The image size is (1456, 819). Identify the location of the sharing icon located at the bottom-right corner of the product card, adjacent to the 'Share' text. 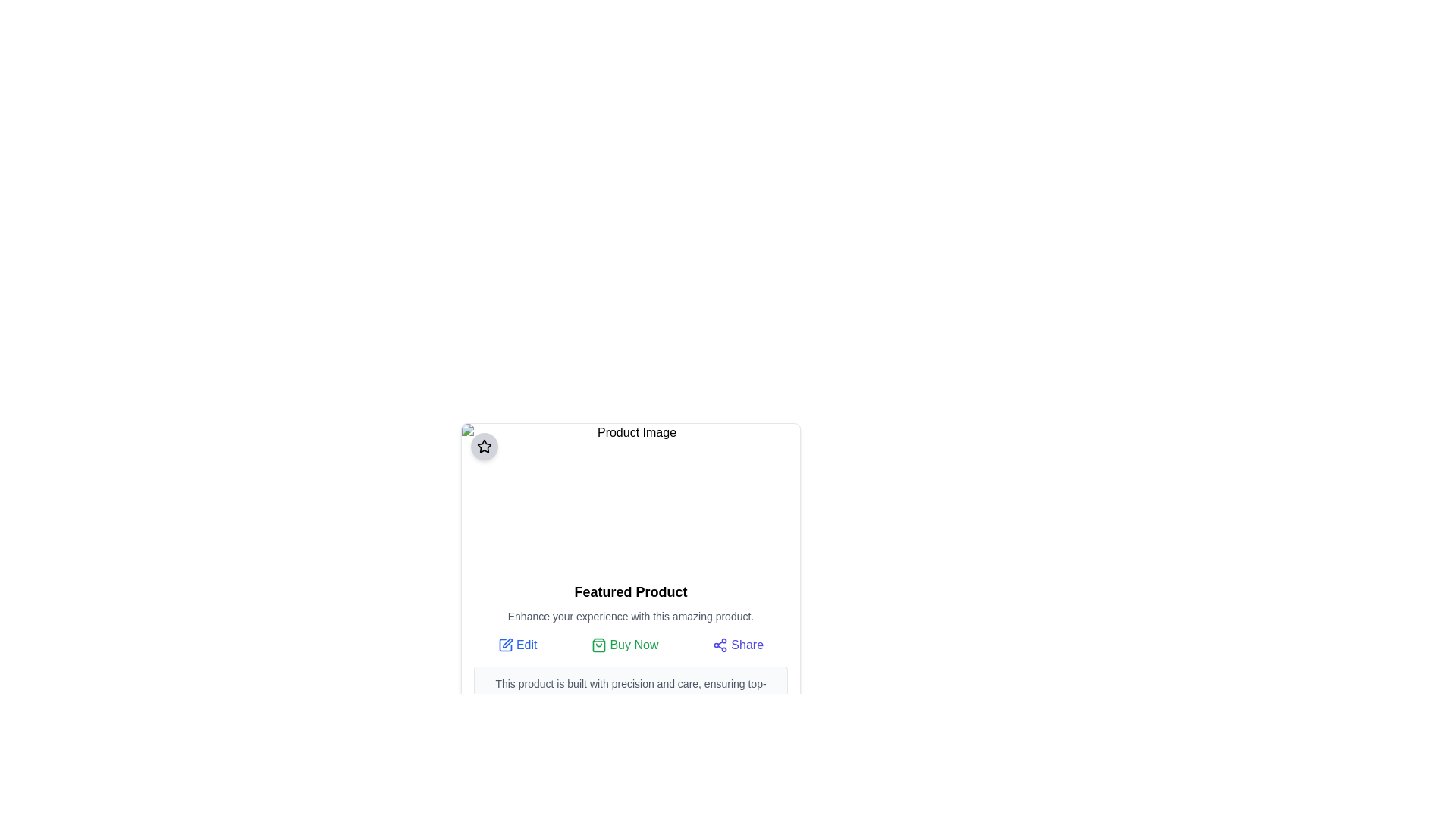
(720, 645).